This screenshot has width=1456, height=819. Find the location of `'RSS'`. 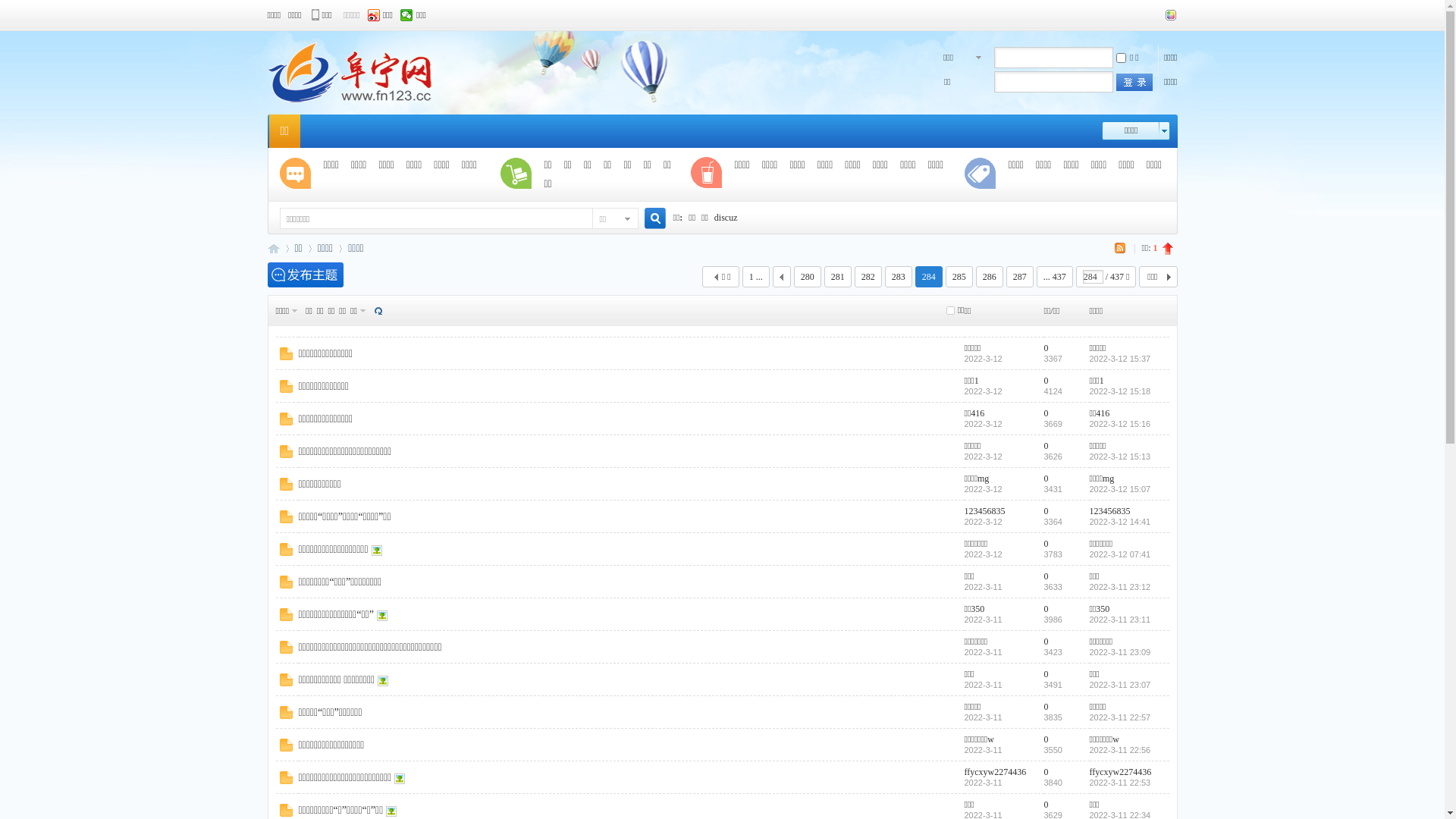

'RSS' is located at coordinates (1114, 247).